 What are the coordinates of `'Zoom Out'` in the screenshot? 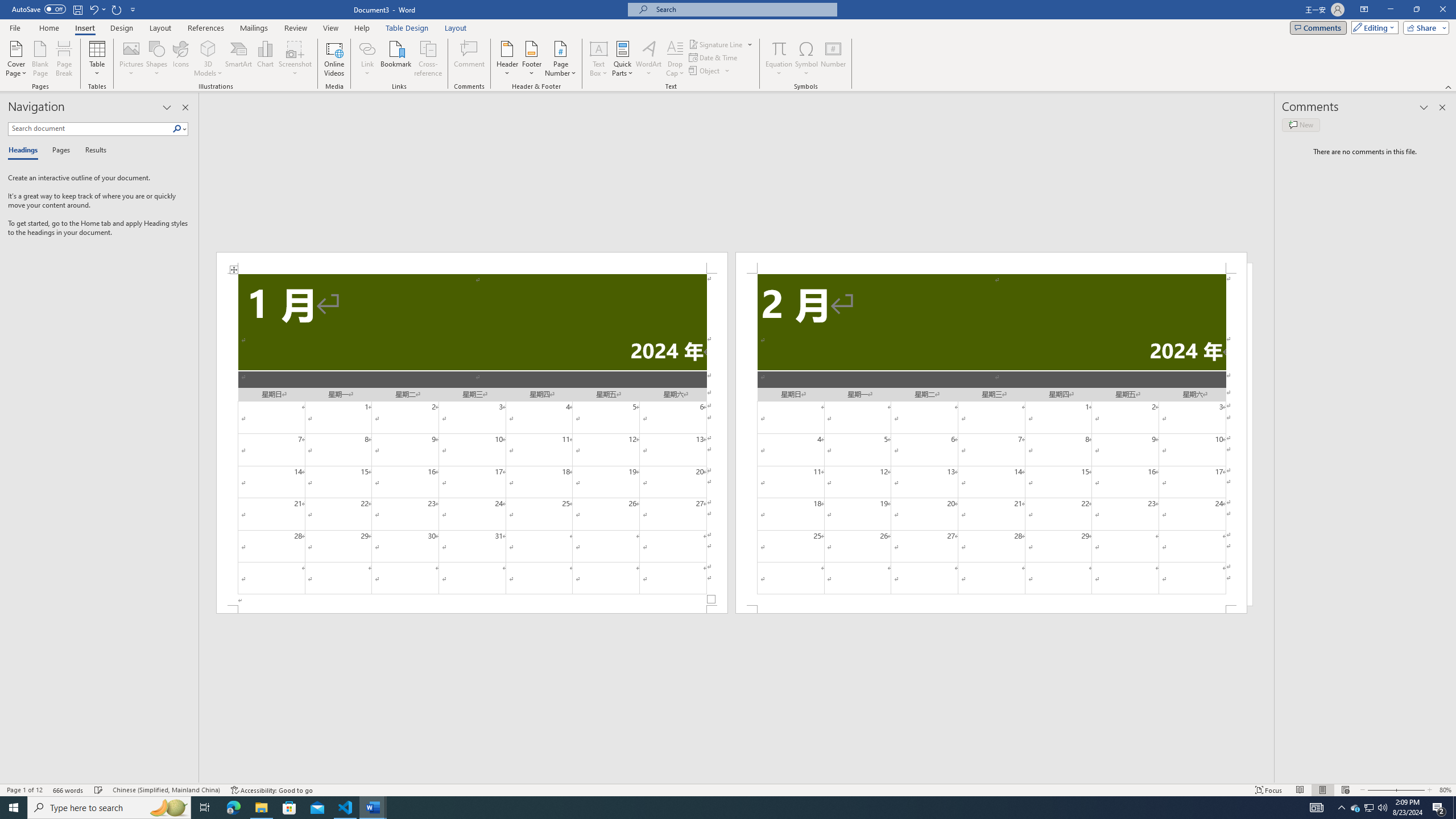 It's located at (1378, 790).